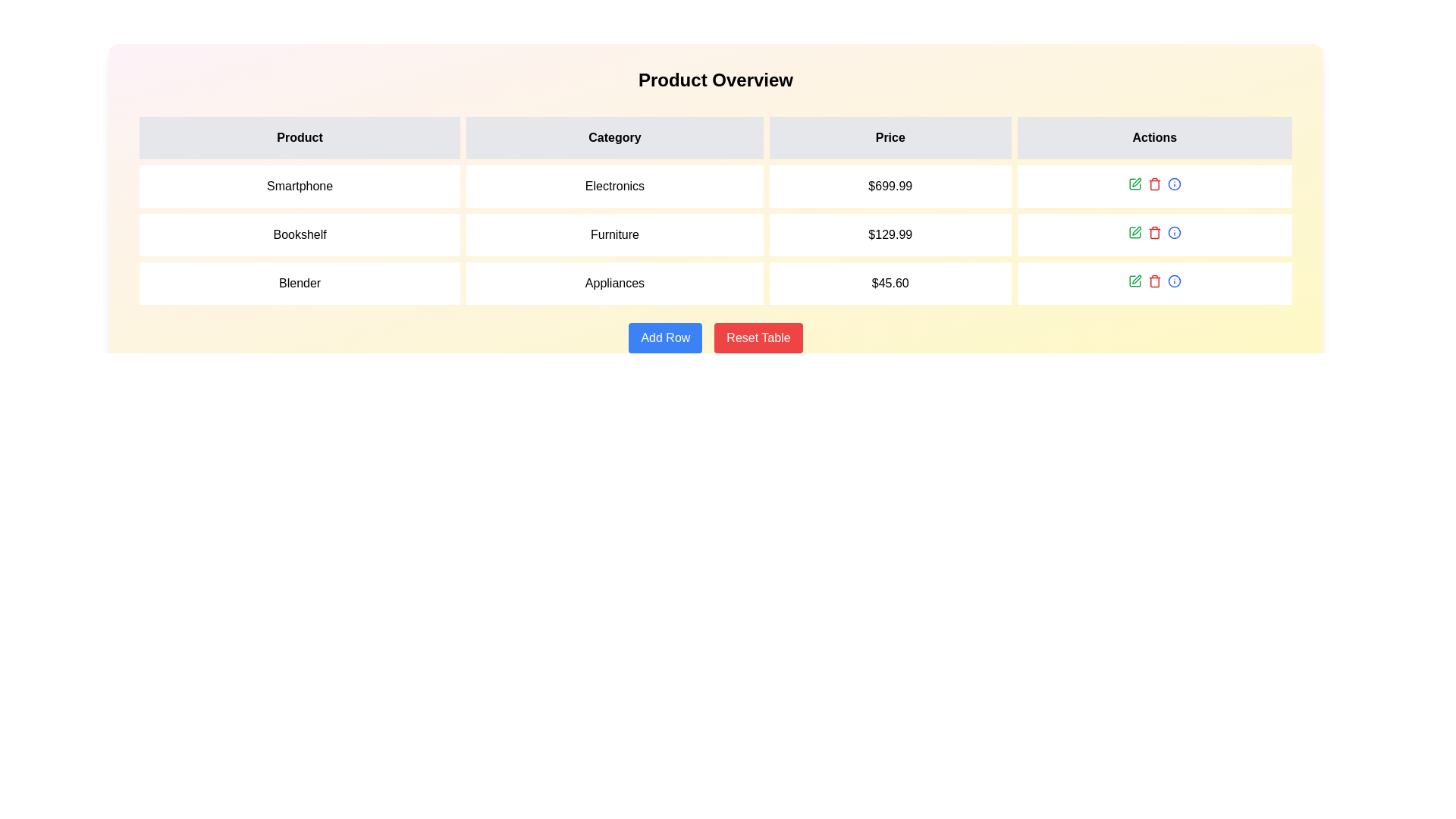 The width and height of the screenshot is (1456, 819). I want to click on the circular blue information button featuring a lowercase 'i' in the center, located in the last column of the last row in the Actions table section, so click(1173, 184).